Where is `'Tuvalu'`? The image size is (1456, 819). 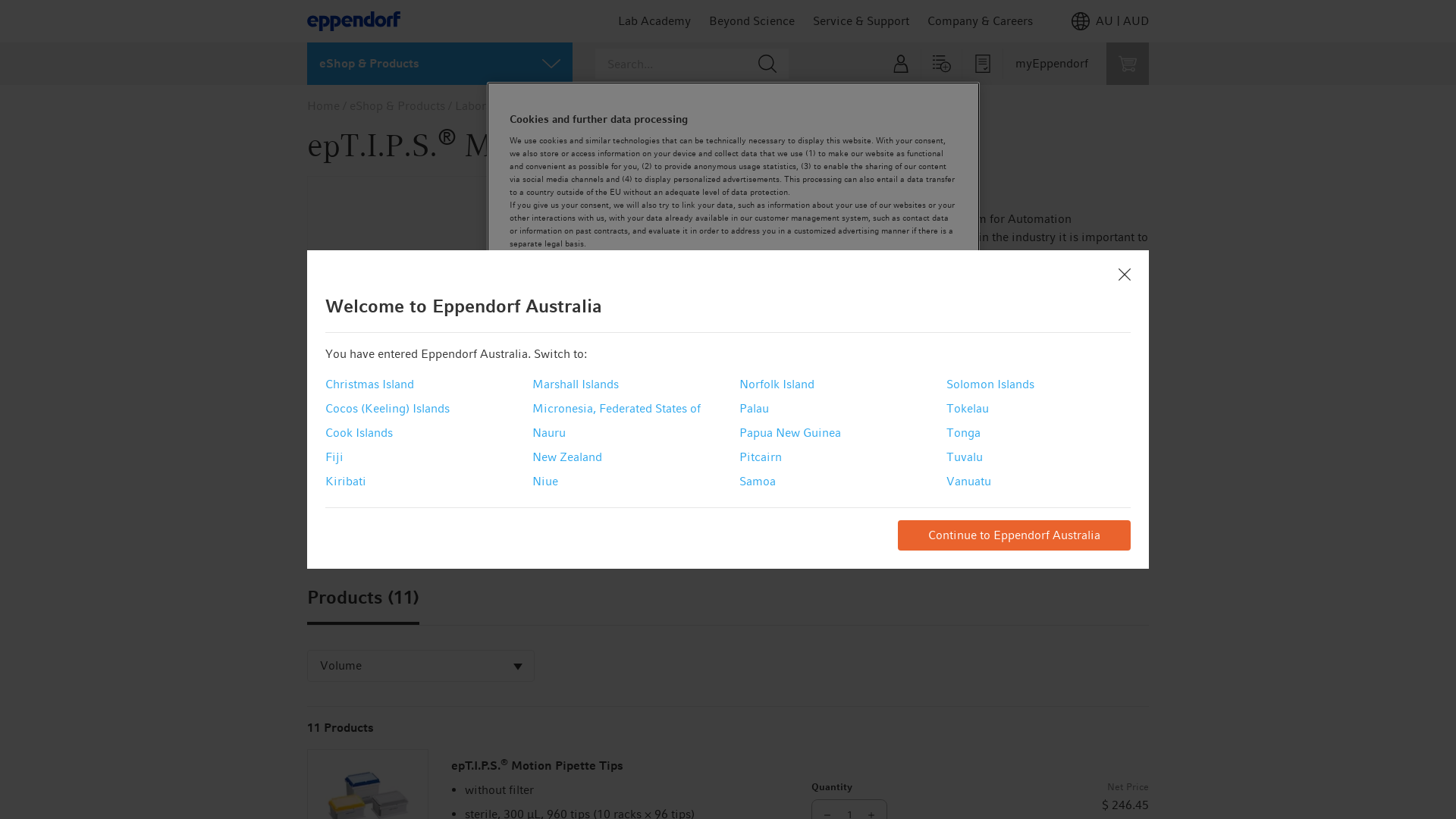
'Tuvalu' is located at coordinates (964, 456).